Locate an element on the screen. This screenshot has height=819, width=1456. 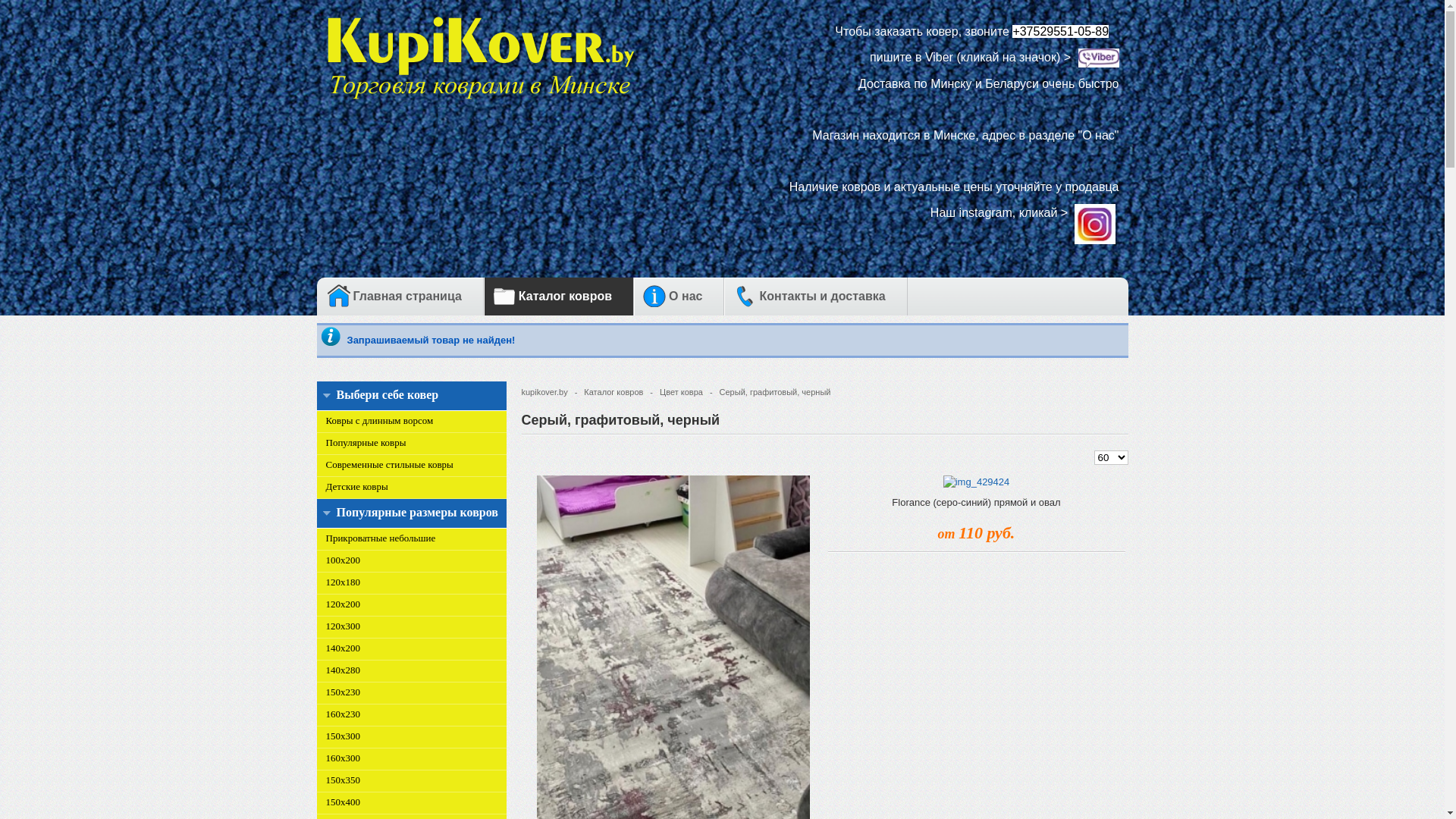
'150x230' is located at coordinates (342, 691).